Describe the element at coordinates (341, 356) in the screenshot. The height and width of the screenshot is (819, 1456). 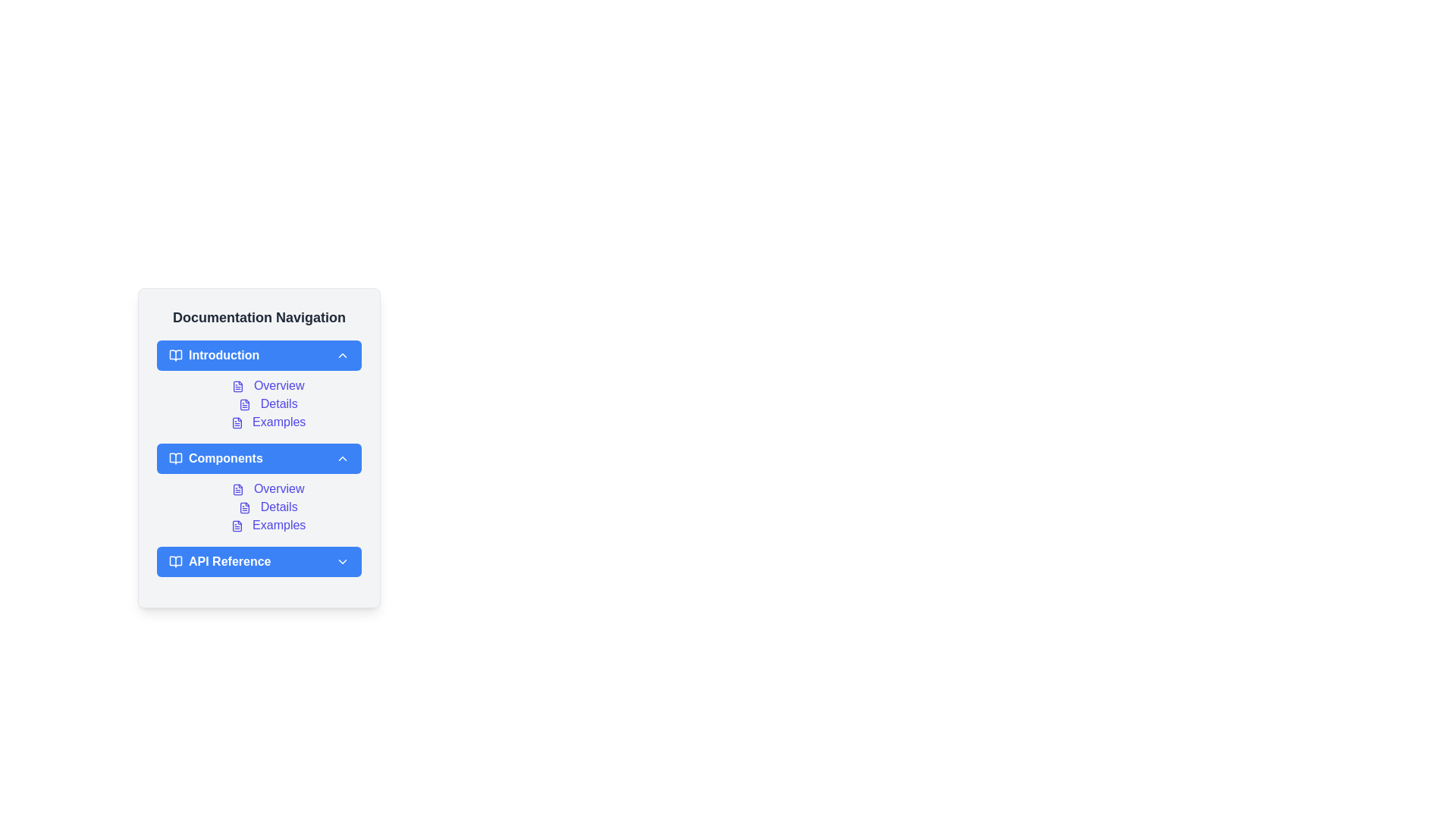
I see `the upward-facing chevron indicator located at the right end of the 'Introduction' section` at that location.